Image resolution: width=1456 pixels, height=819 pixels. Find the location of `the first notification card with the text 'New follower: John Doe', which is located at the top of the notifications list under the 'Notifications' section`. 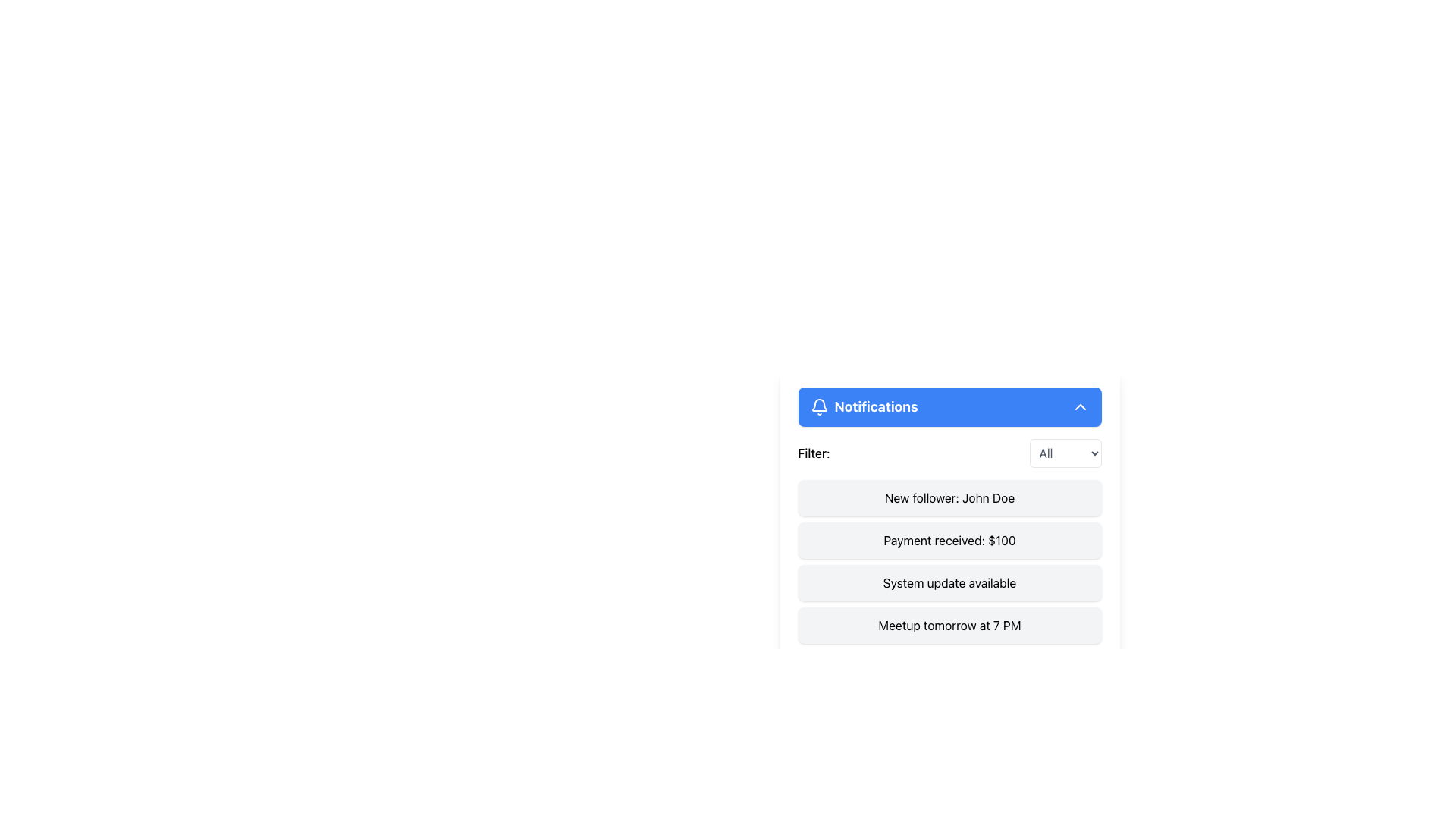

the first notification card with the text 'New follower: John Doe', which is located at the top of the notifications list under the 'Notifications' section is located at coordinates (949, 497).